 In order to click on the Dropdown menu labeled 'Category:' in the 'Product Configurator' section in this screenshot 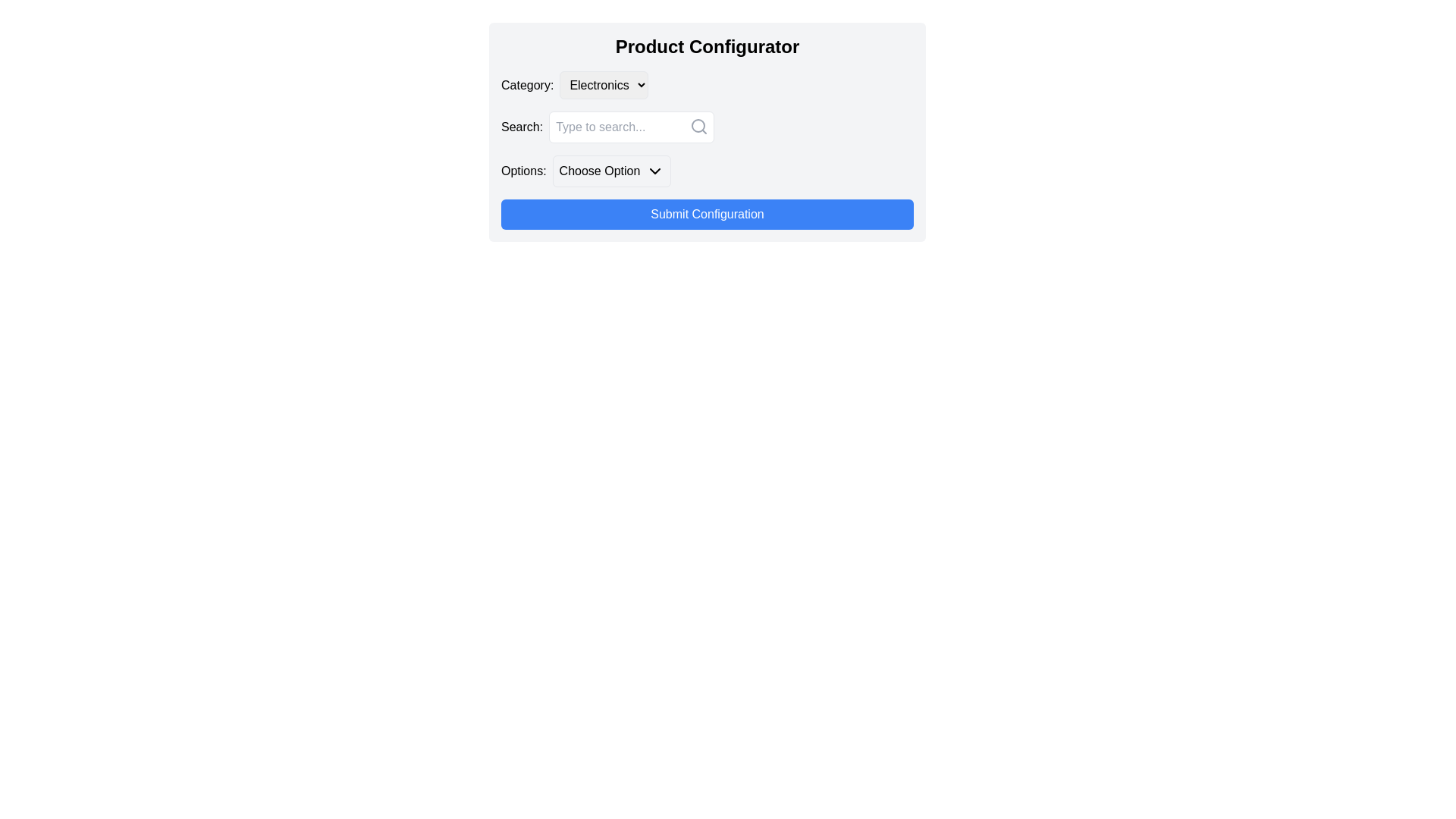, I will do `click(603, 85)`.